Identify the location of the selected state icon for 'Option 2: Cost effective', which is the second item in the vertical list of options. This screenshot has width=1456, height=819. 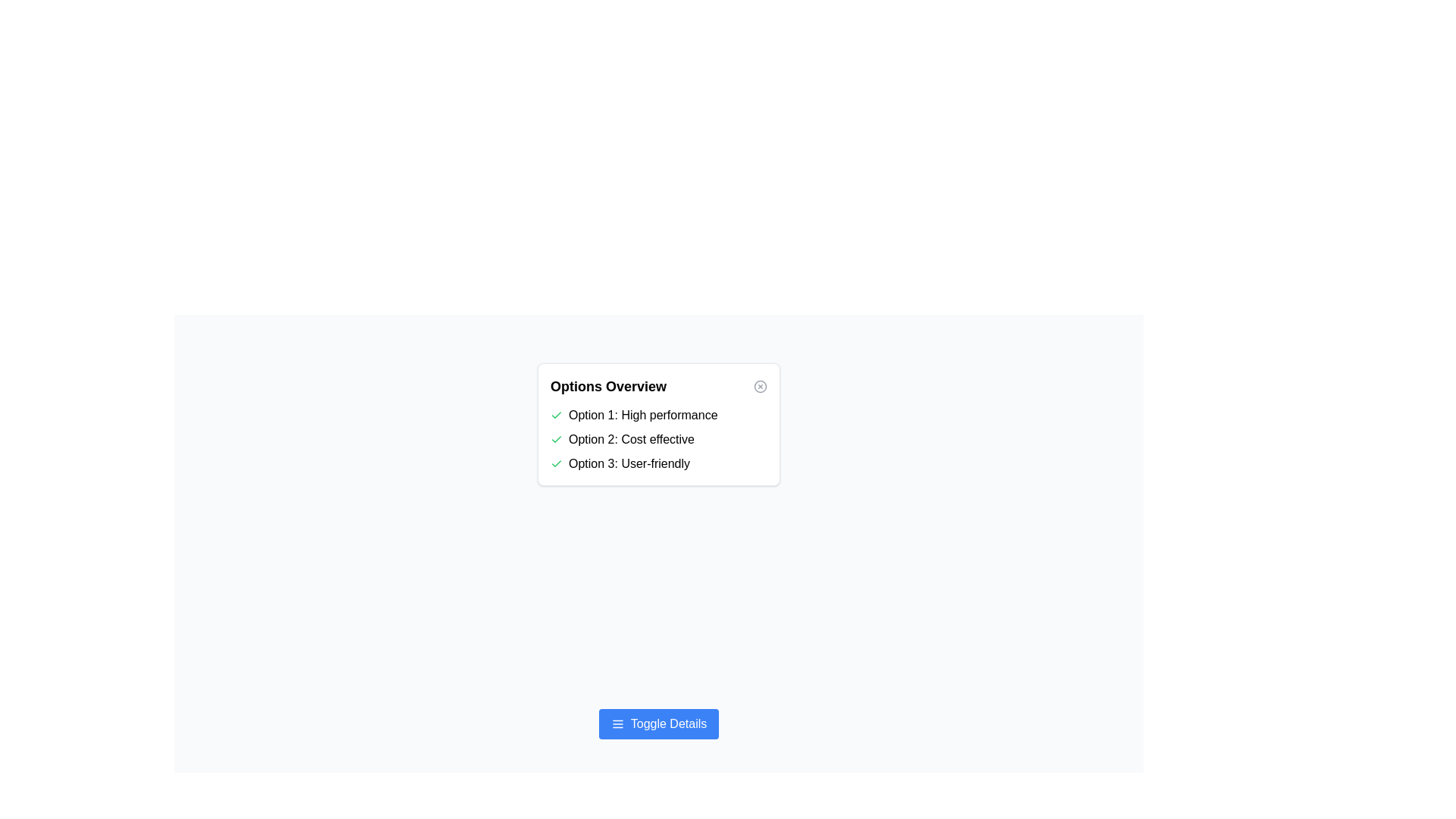
(556, 439).